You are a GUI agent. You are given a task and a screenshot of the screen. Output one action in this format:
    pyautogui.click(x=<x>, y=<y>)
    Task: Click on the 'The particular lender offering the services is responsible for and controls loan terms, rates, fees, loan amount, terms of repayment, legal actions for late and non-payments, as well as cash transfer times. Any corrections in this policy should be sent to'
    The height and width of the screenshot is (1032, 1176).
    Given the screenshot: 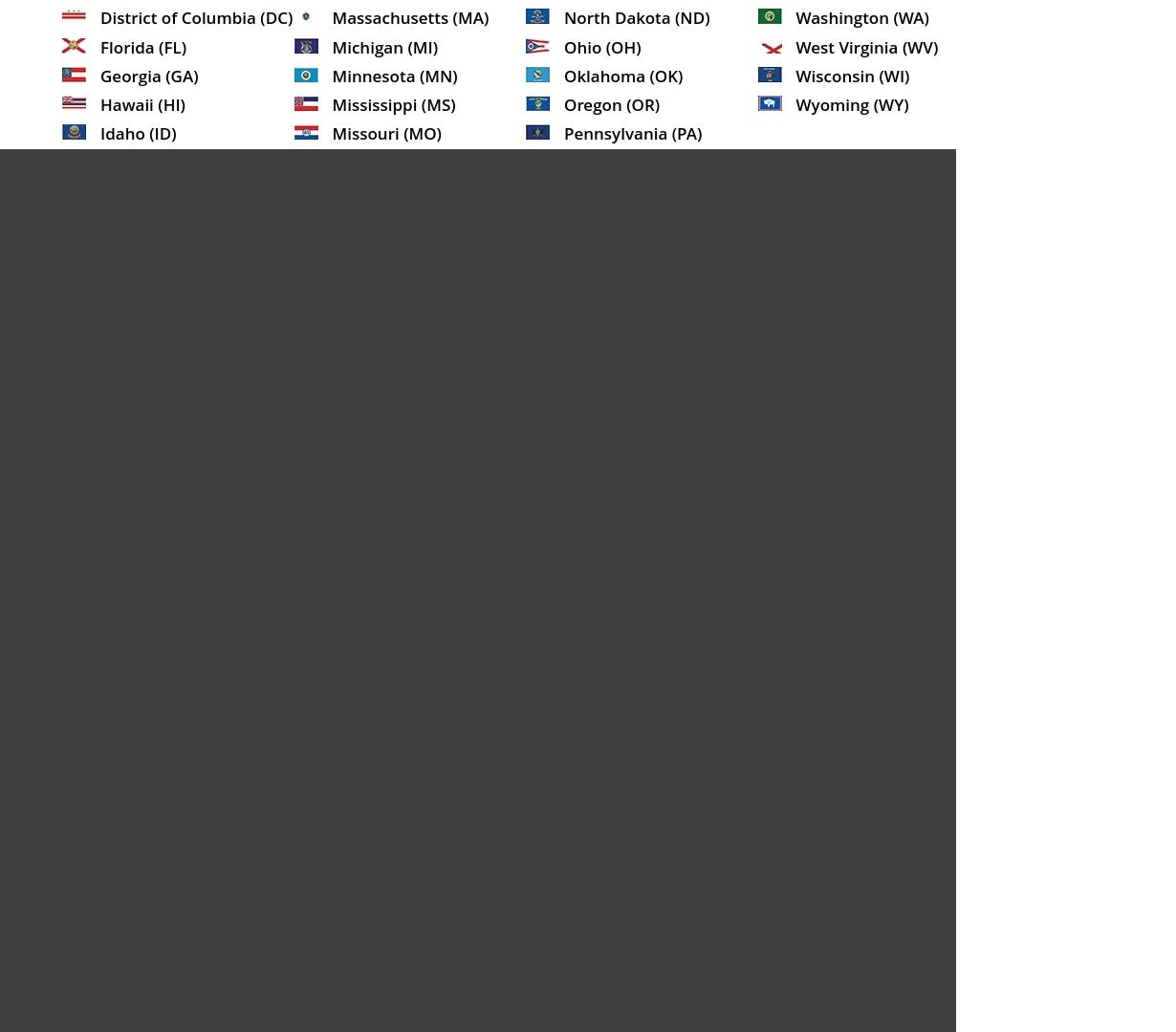 What is the action you would take?
    pyautogui.click(x=51, y=947)
    